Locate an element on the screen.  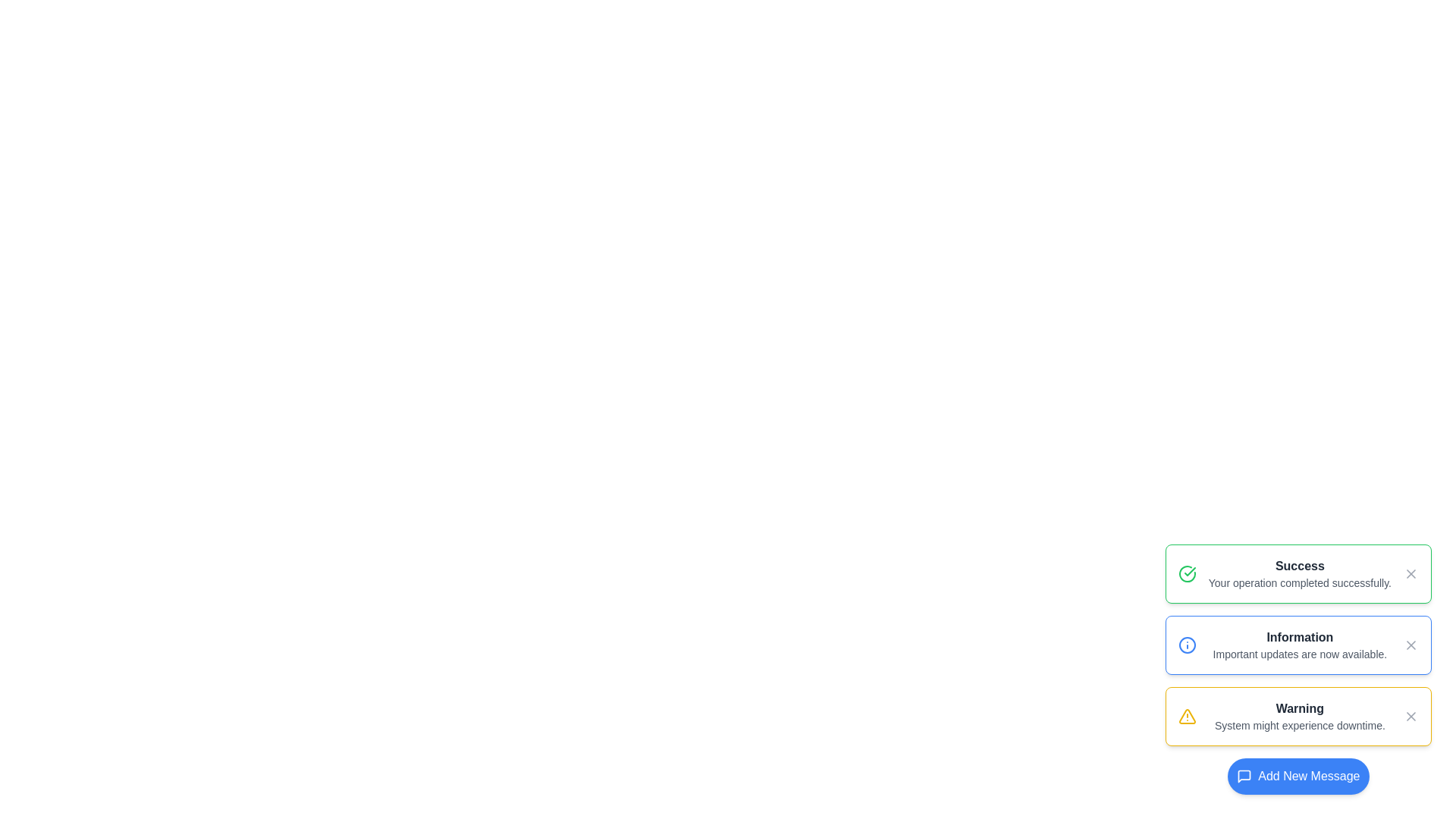
the 'Success' notification text block, which displays the message 'Your operation completed successfully.' and is located centrally within the top-most notification card is located at coordinates (1299, 573).